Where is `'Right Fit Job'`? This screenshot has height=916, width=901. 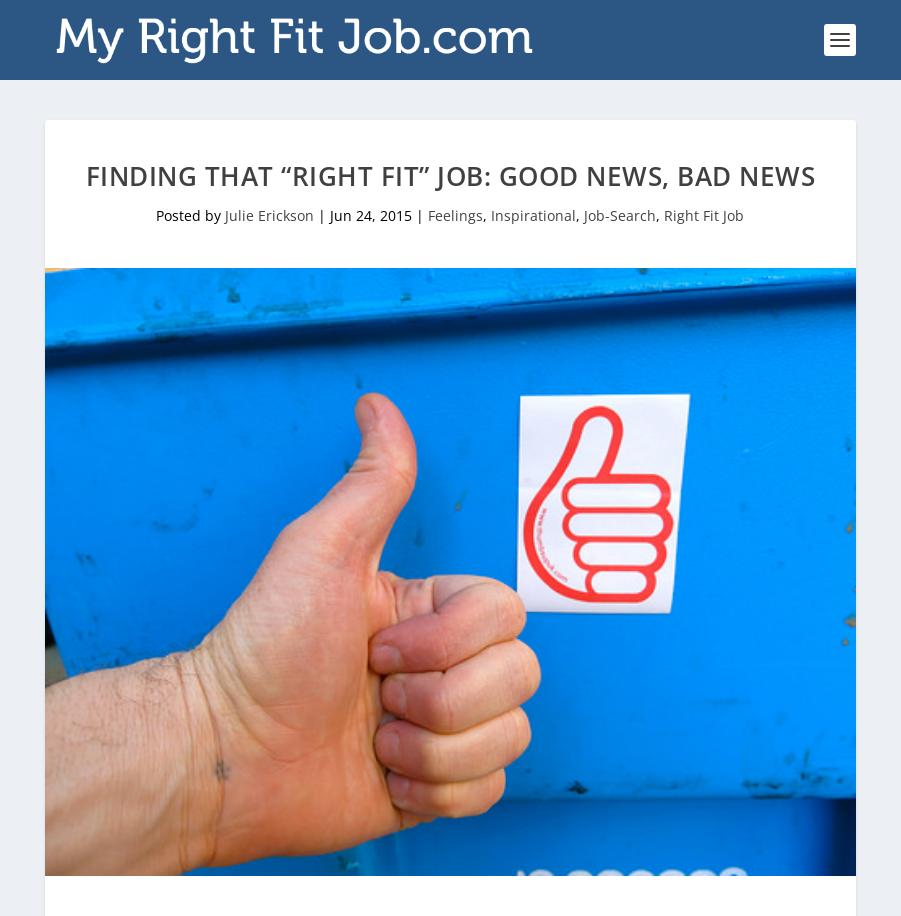 'Right Fit Job' is located at coordinates (704, 213).